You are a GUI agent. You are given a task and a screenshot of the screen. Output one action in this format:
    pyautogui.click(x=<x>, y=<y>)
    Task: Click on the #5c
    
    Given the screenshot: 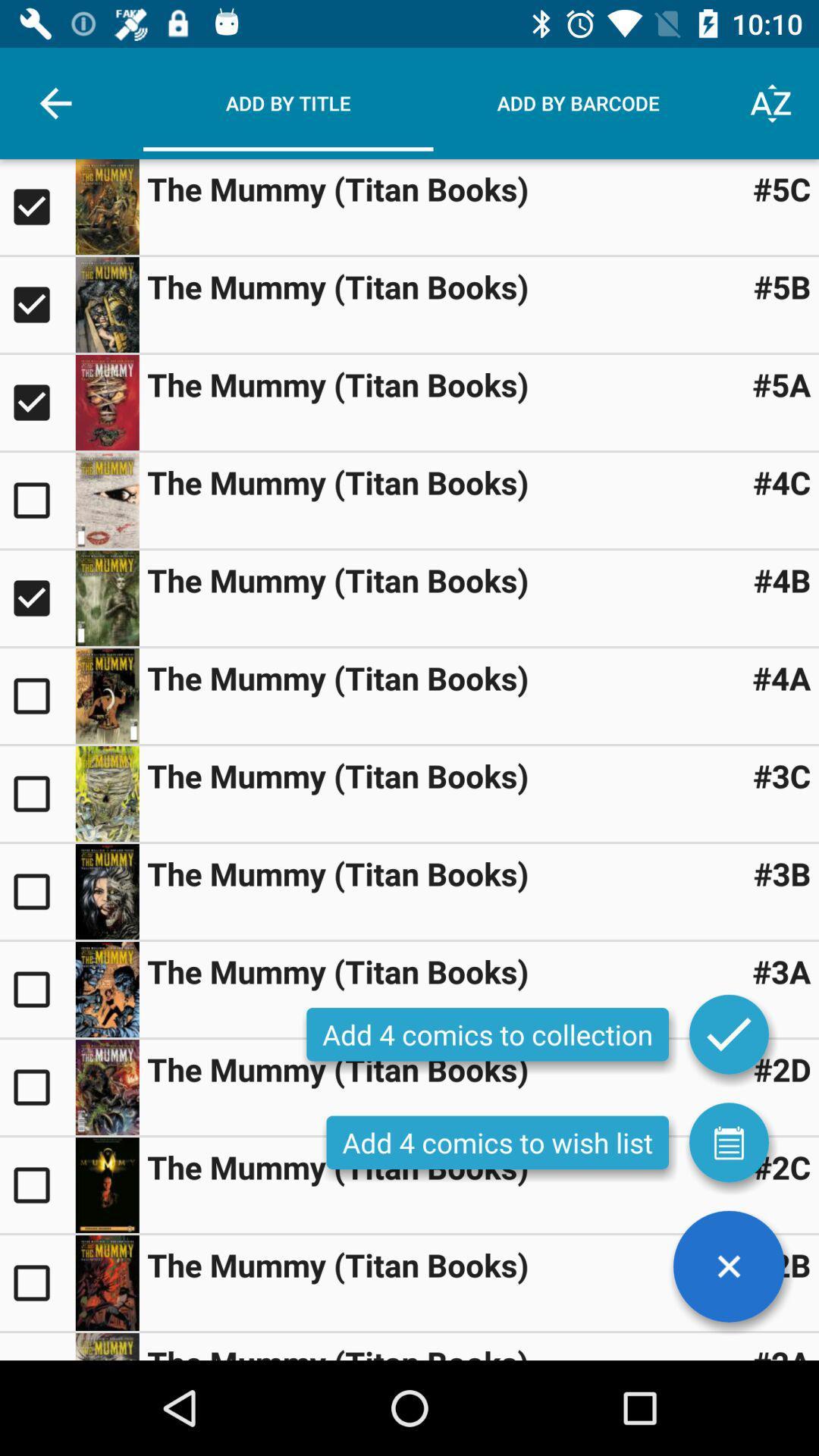 What is the action you would take?
    pyautogui.click(x=782, y=188)
    